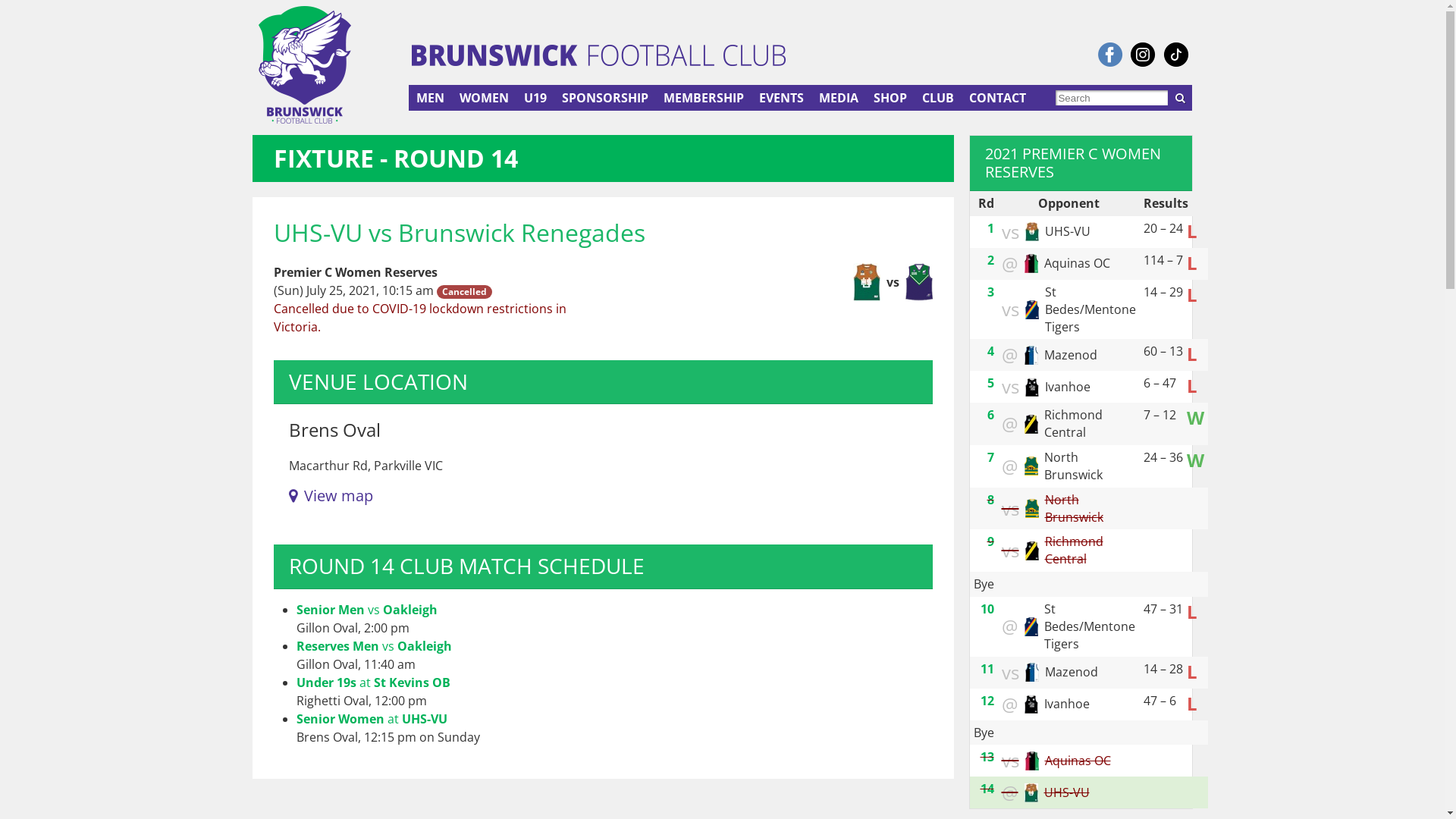  Describe the element at coordinates (990, 415) in the screenshot. I see `'6'` at that location.